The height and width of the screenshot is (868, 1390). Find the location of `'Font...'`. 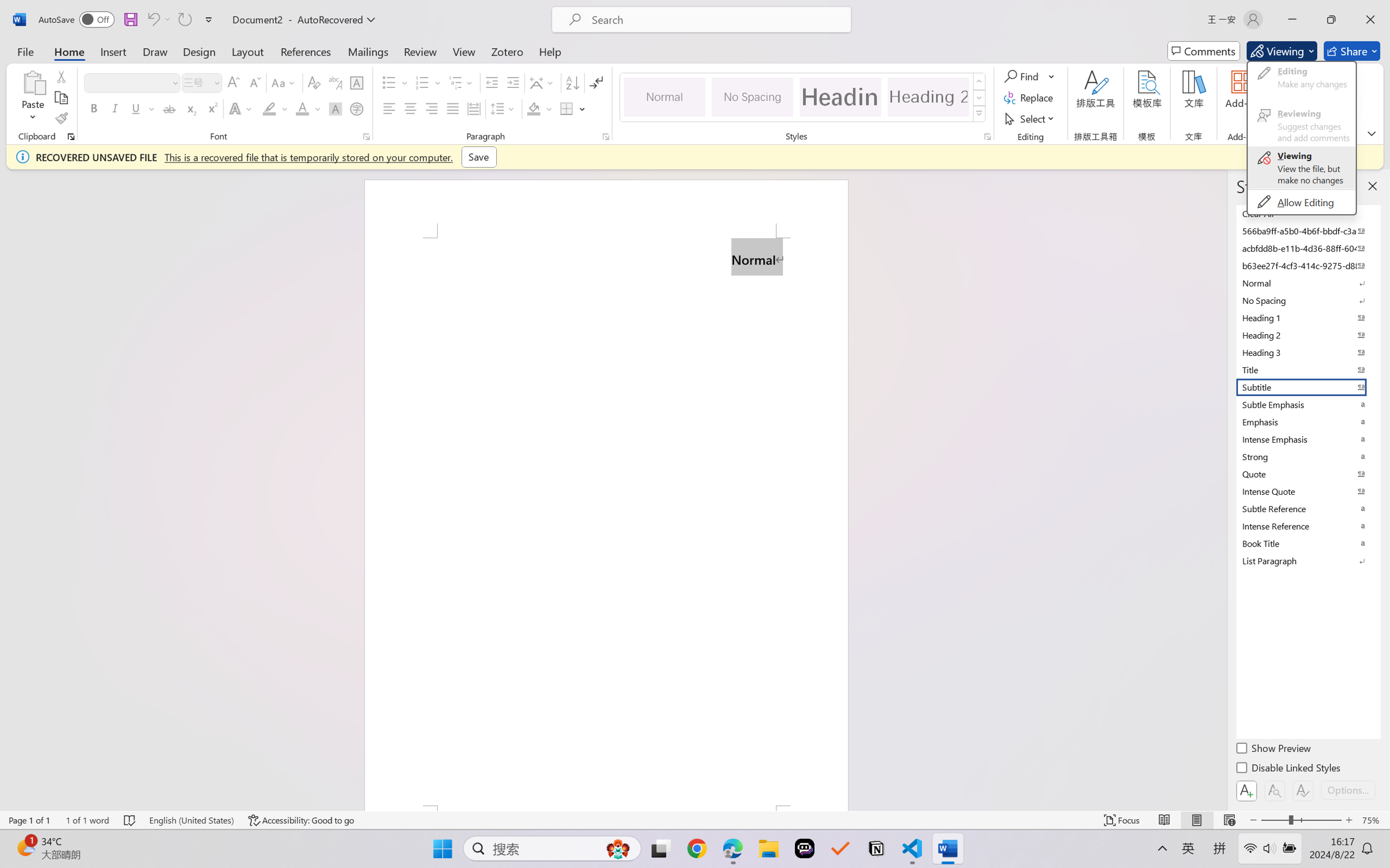

'Font...' is located at coordinates (366, 136).